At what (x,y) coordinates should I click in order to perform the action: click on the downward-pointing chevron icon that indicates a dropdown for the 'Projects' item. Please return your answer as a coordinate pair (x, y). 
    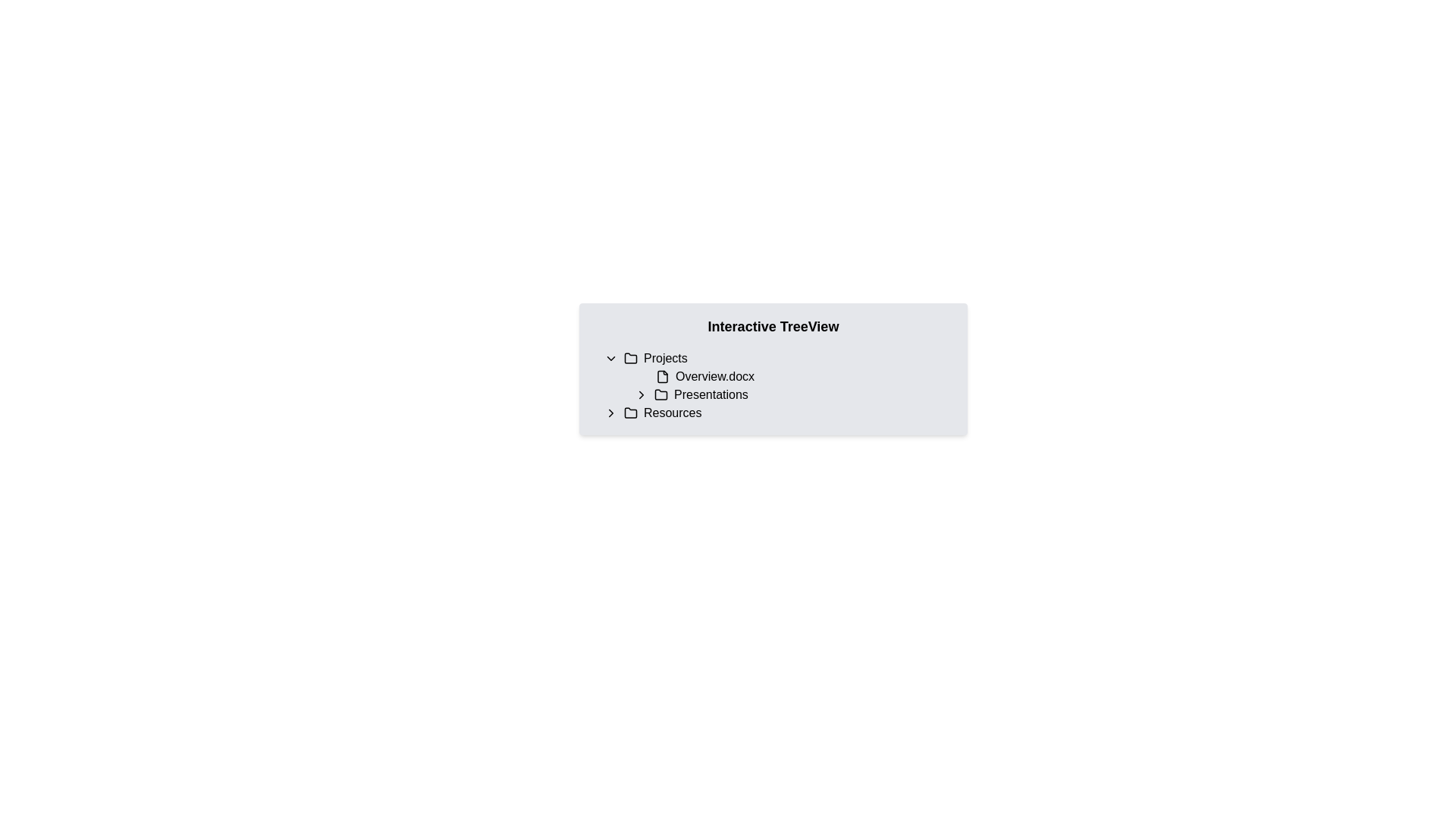
    Looking at the image, I should click on (611, 359).